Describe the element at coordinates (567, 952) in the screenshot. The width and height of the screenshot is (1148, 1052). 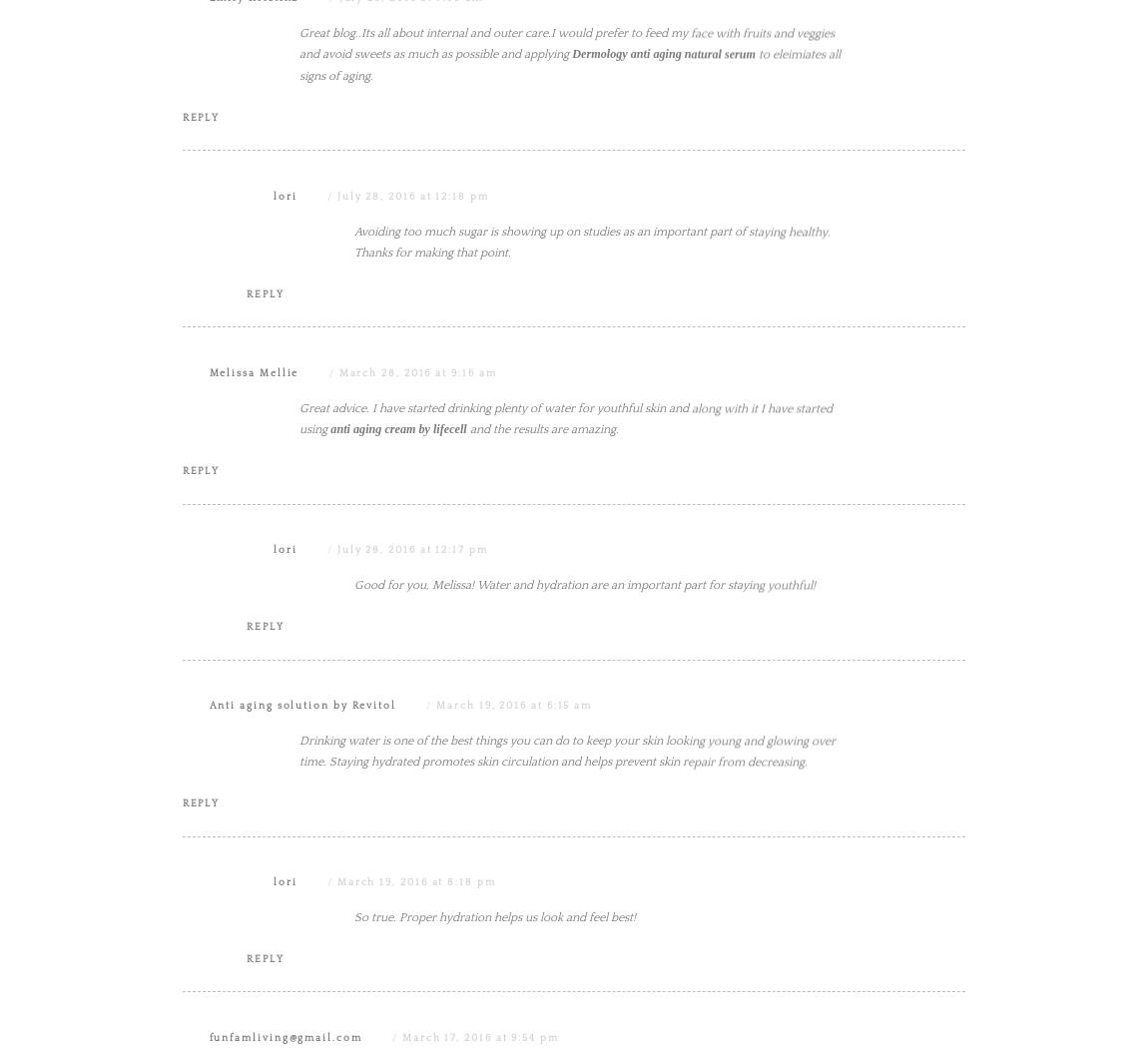
I see `'Drinking water is one of the best things you can do to keep your skin looking young and glowing over time. Staying hydrated promotes skin circulation and helps prevent skin repair from decreasing.'` at that location.